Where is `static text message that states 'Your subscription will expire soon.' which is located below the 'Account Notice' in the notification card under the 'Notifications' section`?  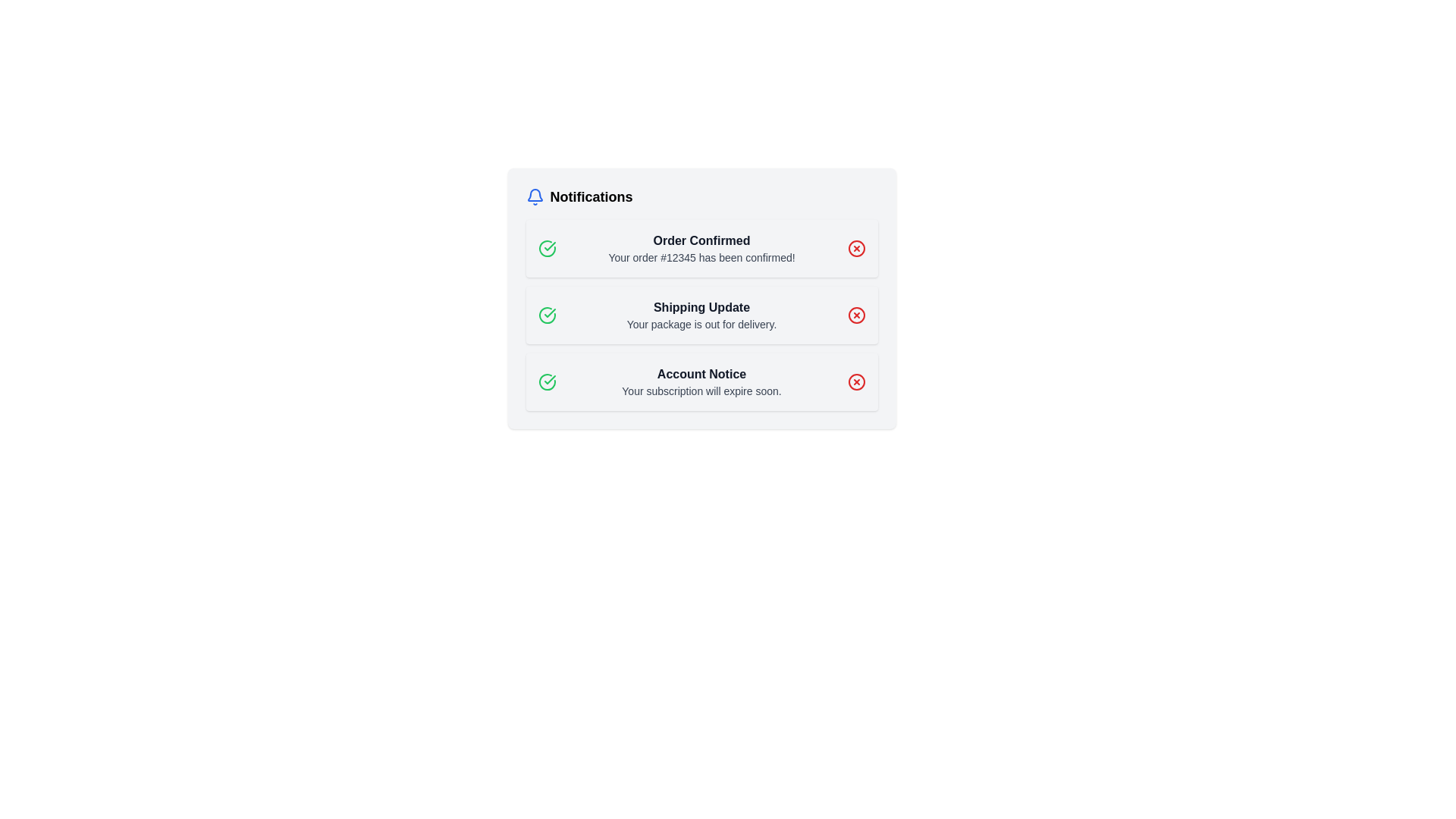 static text message that states 'Your subscription will expire soon.' which is located below the 'Account Notice' in the notification card under the 'Notifications' section is located at coordinates (701, 391).